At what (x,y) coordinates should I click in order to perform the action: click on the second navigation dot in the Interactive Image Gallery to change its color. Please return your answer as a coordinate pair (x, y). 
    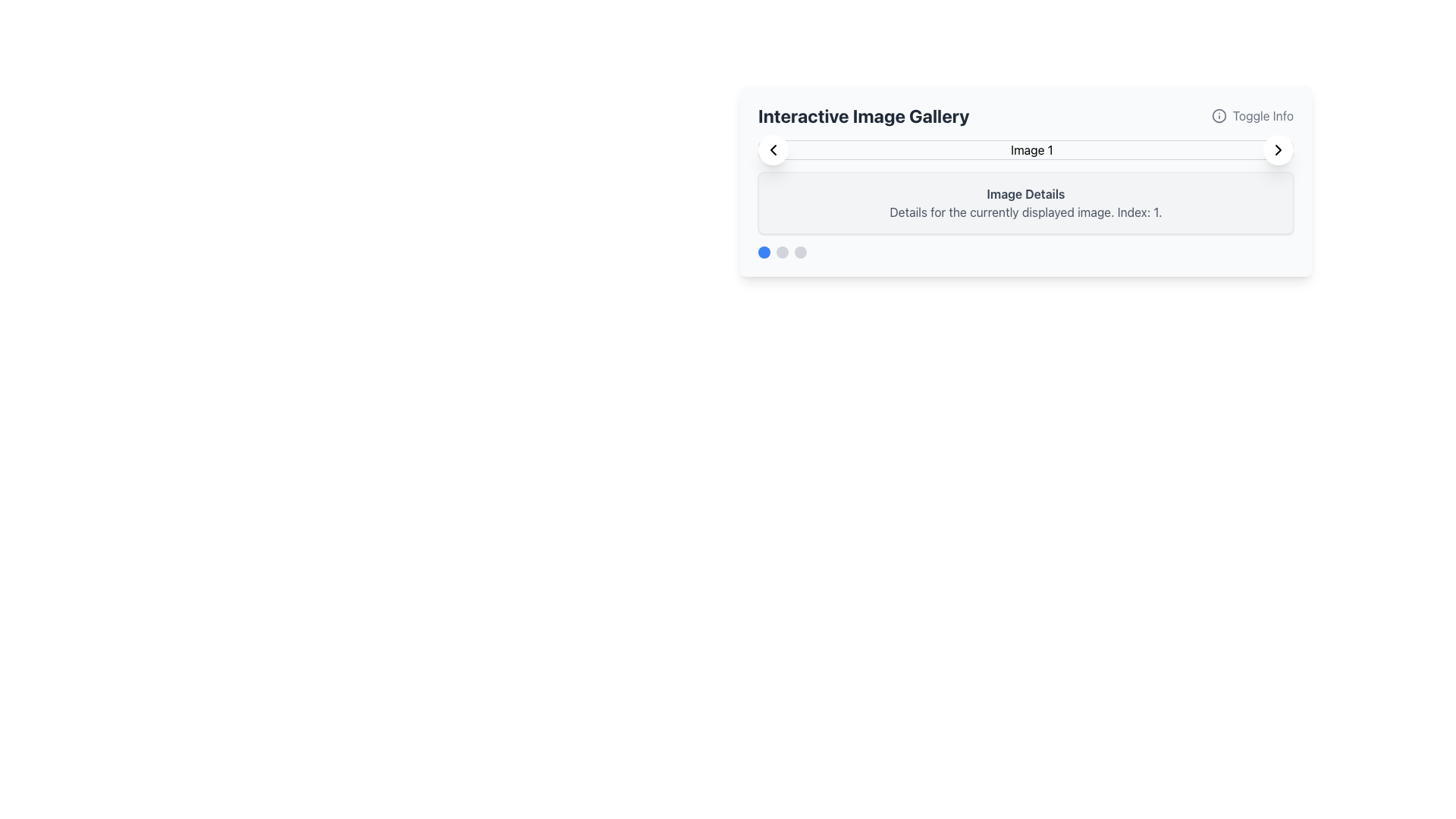
    Looking at the image, I should click on (783, 251).